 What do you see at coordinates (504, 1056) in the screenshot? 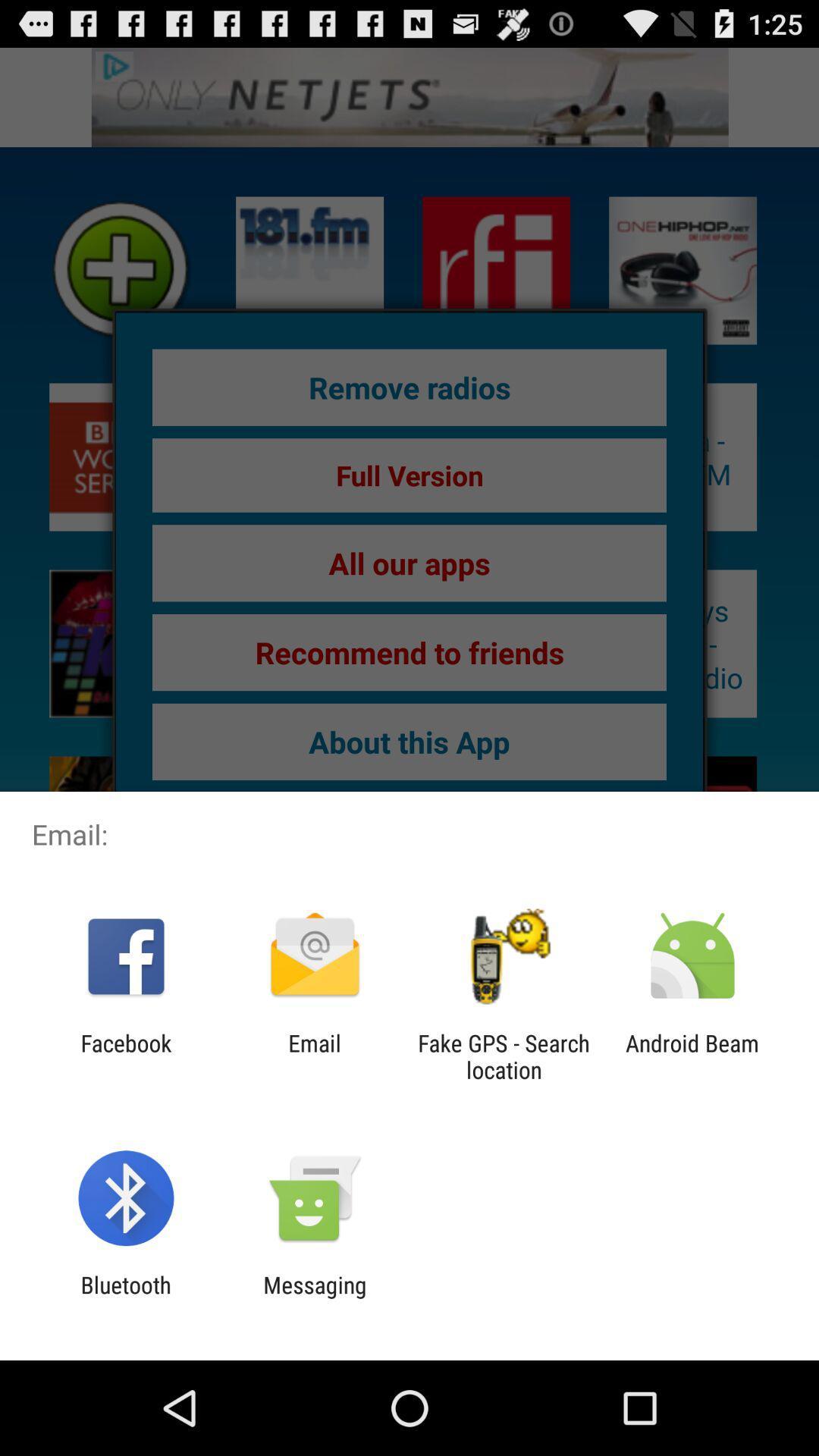
I see `the icon to the right of email` at bounding box center [504, 1056].